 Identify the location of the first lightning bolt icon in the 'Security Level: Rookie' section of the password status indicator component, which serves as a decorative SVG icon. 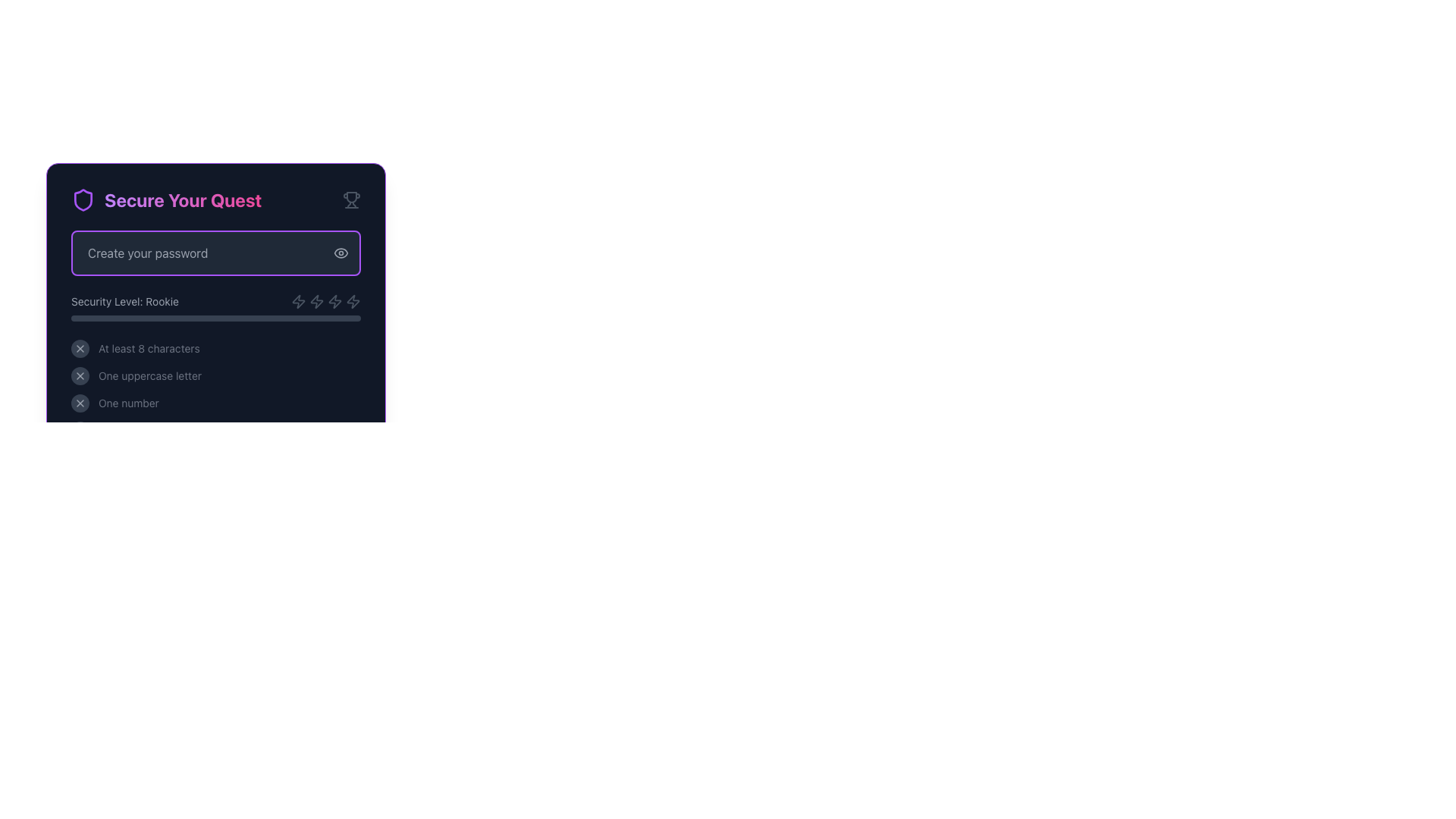
(298, 301).